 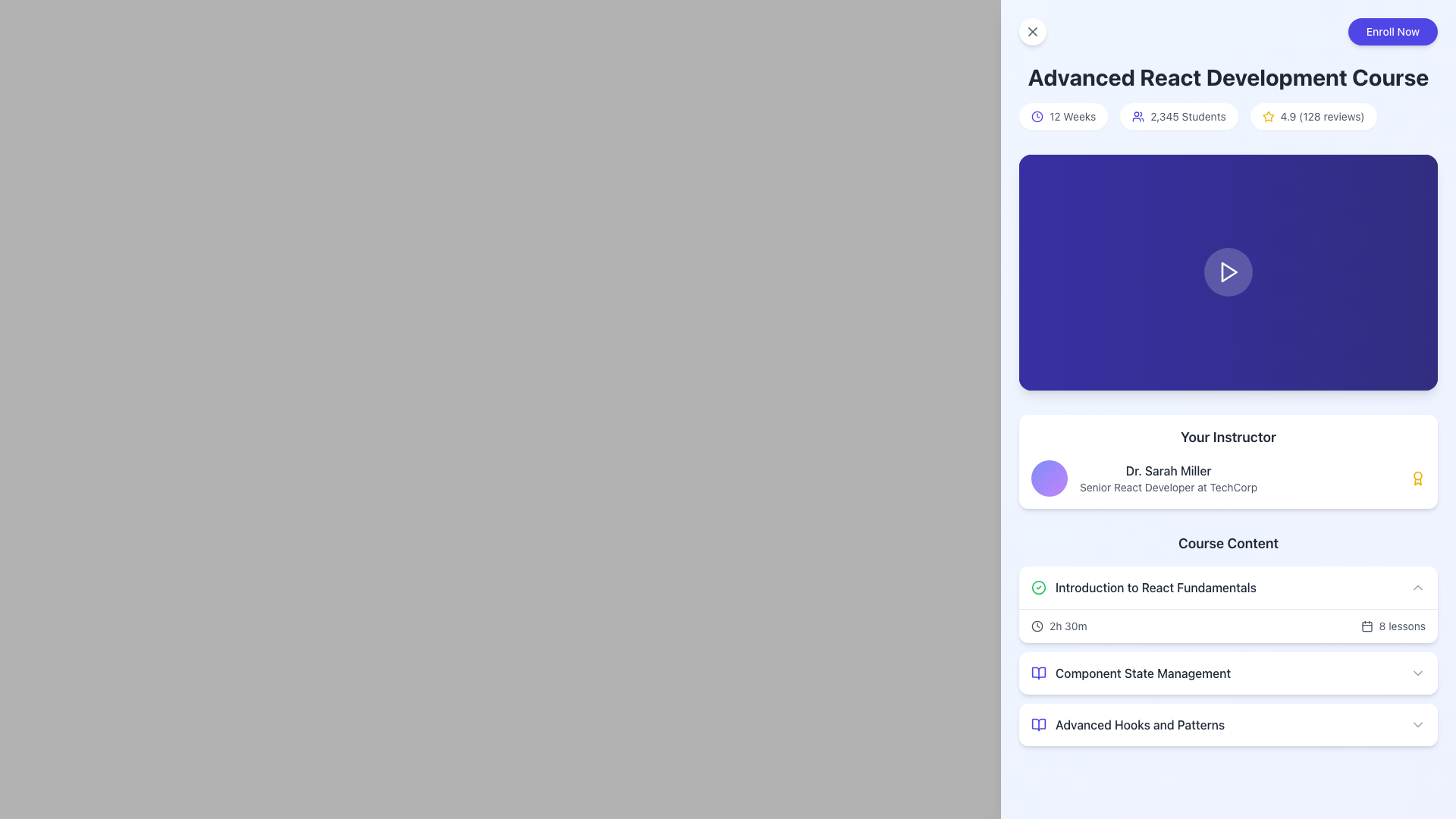 I want to click on the play button icon, which is an SVG-based graphical element centered within a blue rectangular area below the 'Advanced React Development Course' heading, so click(x=1229, y=271).